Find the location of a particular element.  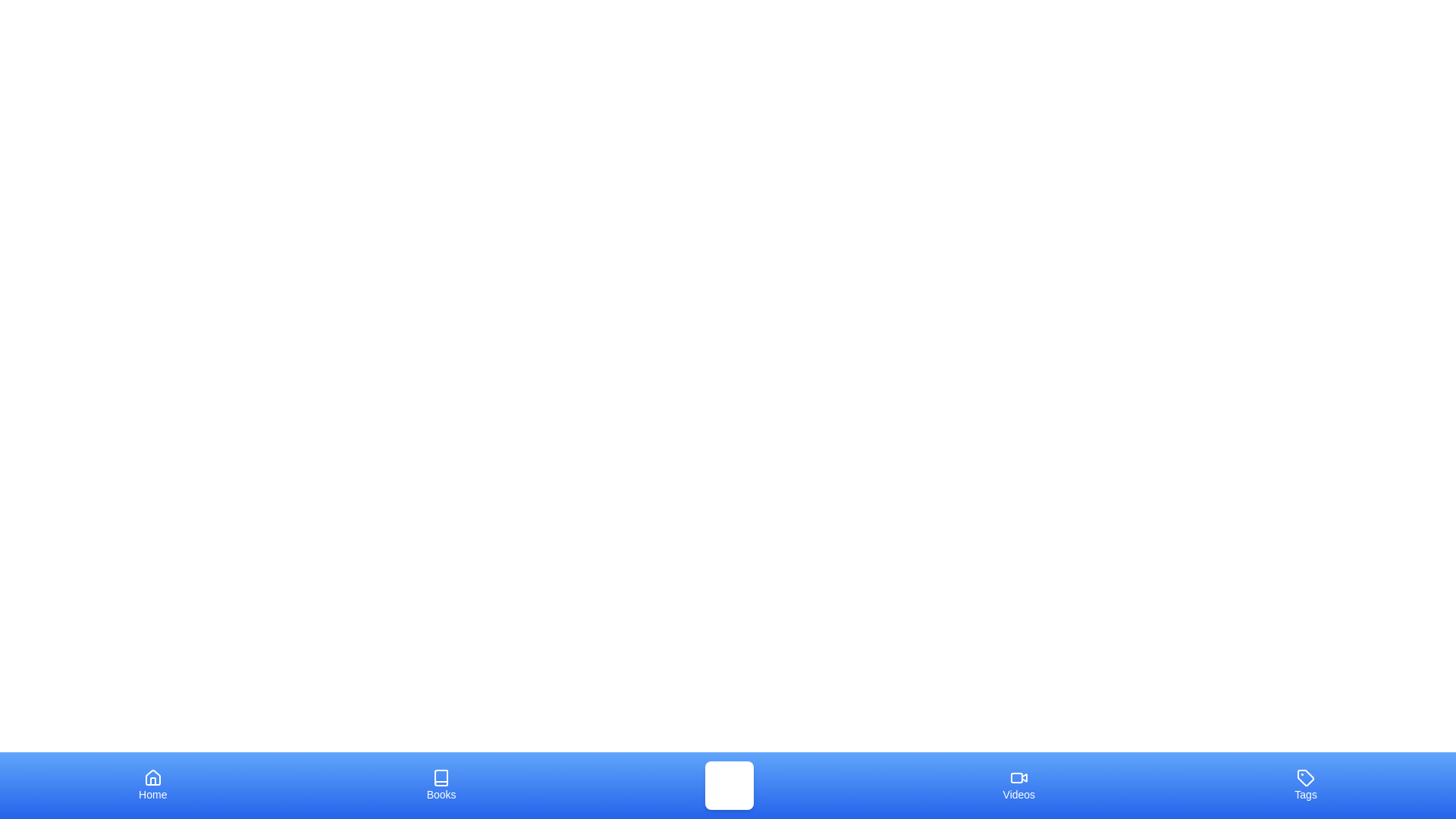

the Tags tab to activate it is located at coordinates (1305, 785).